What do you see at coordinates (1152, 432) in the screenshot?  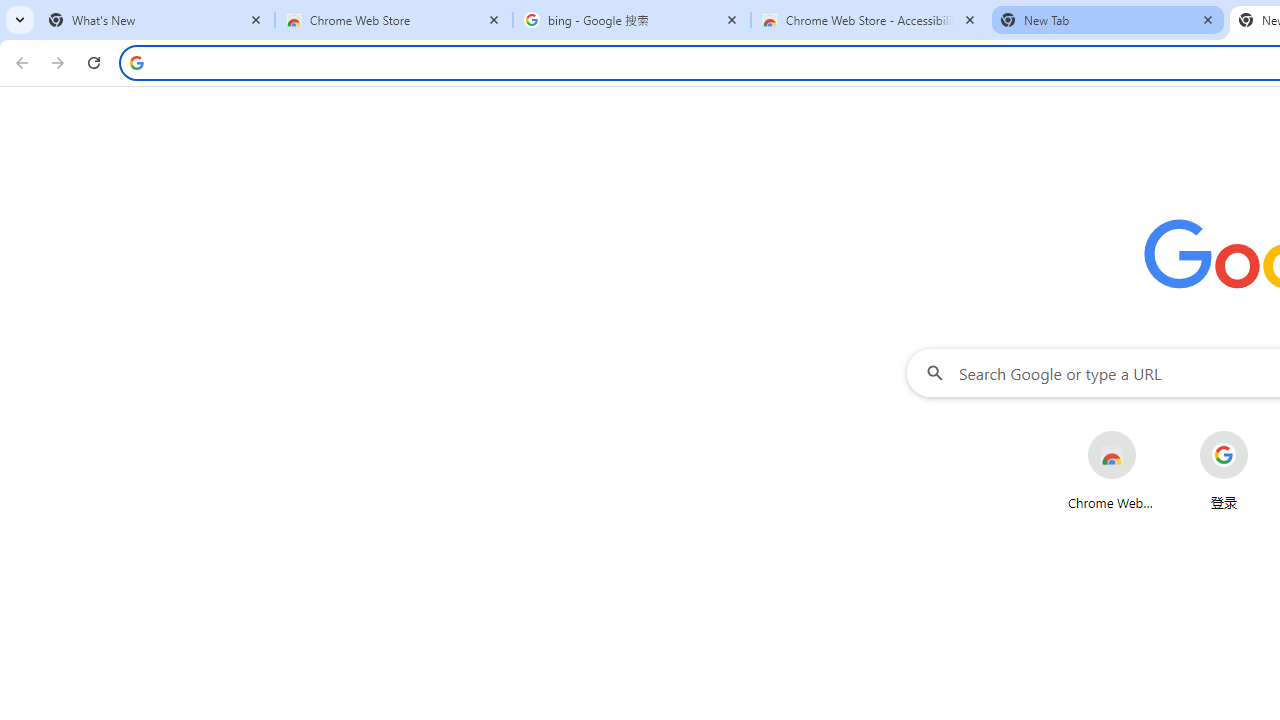 I see `'More actions for Chrome Web Store shortcut'` at bounding box center [1152, 432].